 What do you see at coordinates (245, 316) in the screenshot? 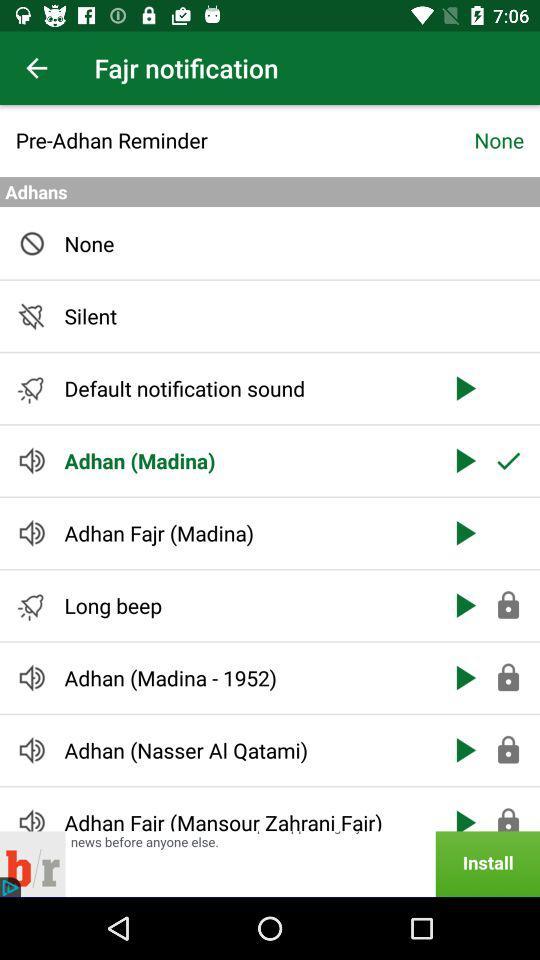
I see `the item above default notification sound` at bounding box center [245, 316].